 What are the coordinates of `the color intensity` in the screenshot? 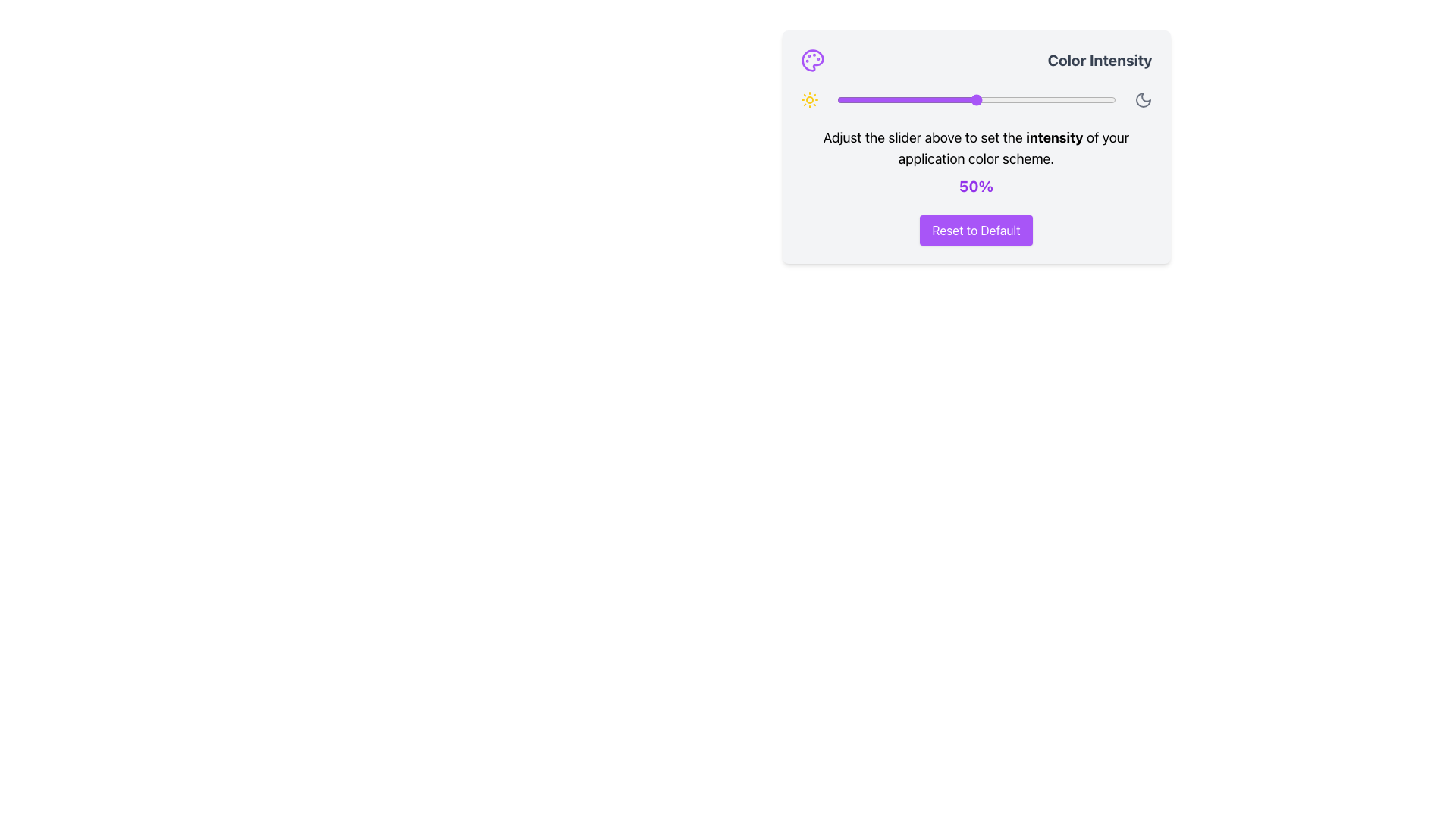 It's located at (1096, 99).